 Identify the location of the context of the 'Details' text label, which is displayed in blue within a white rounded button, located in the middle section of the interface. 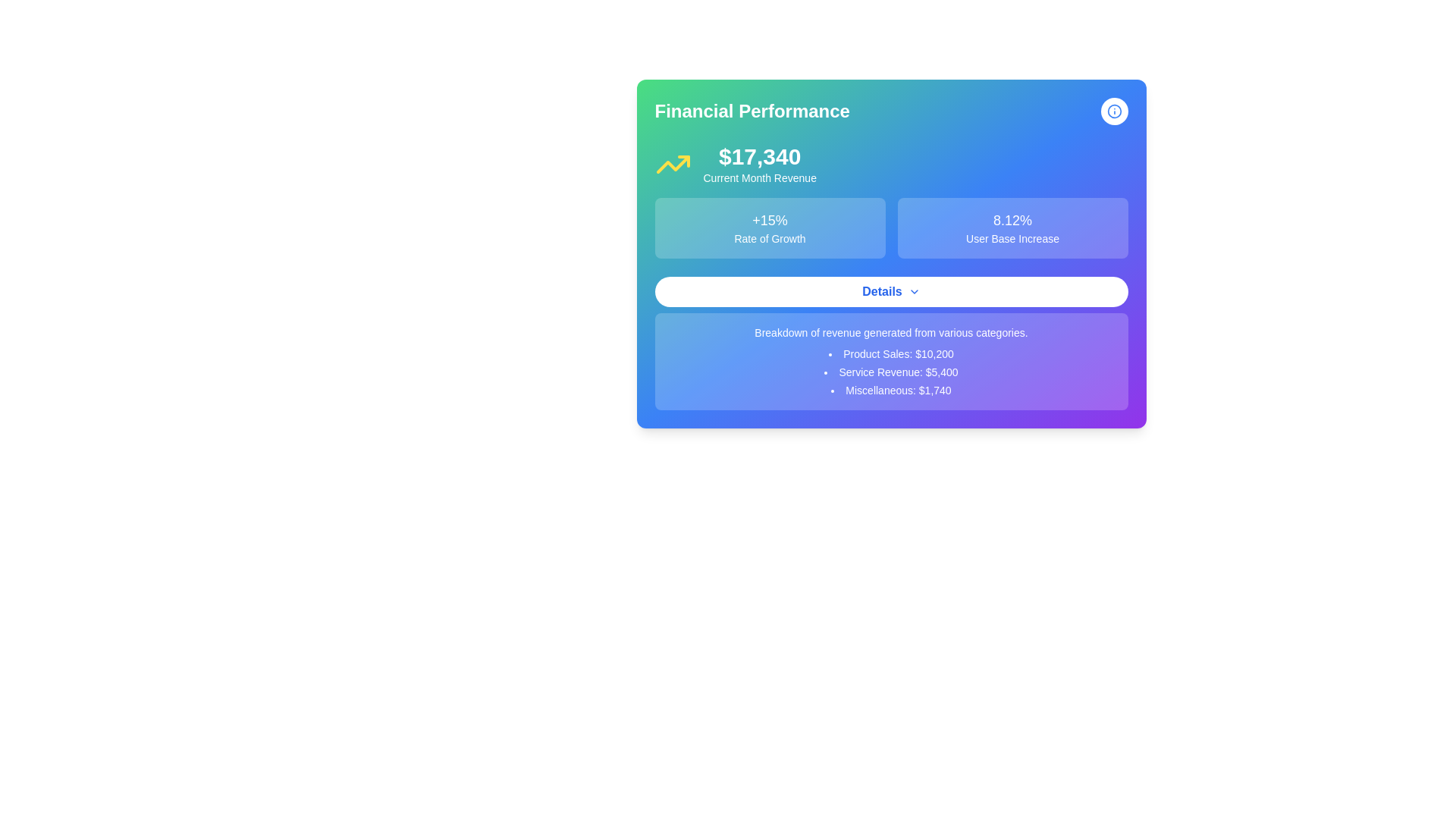
(882, 292).